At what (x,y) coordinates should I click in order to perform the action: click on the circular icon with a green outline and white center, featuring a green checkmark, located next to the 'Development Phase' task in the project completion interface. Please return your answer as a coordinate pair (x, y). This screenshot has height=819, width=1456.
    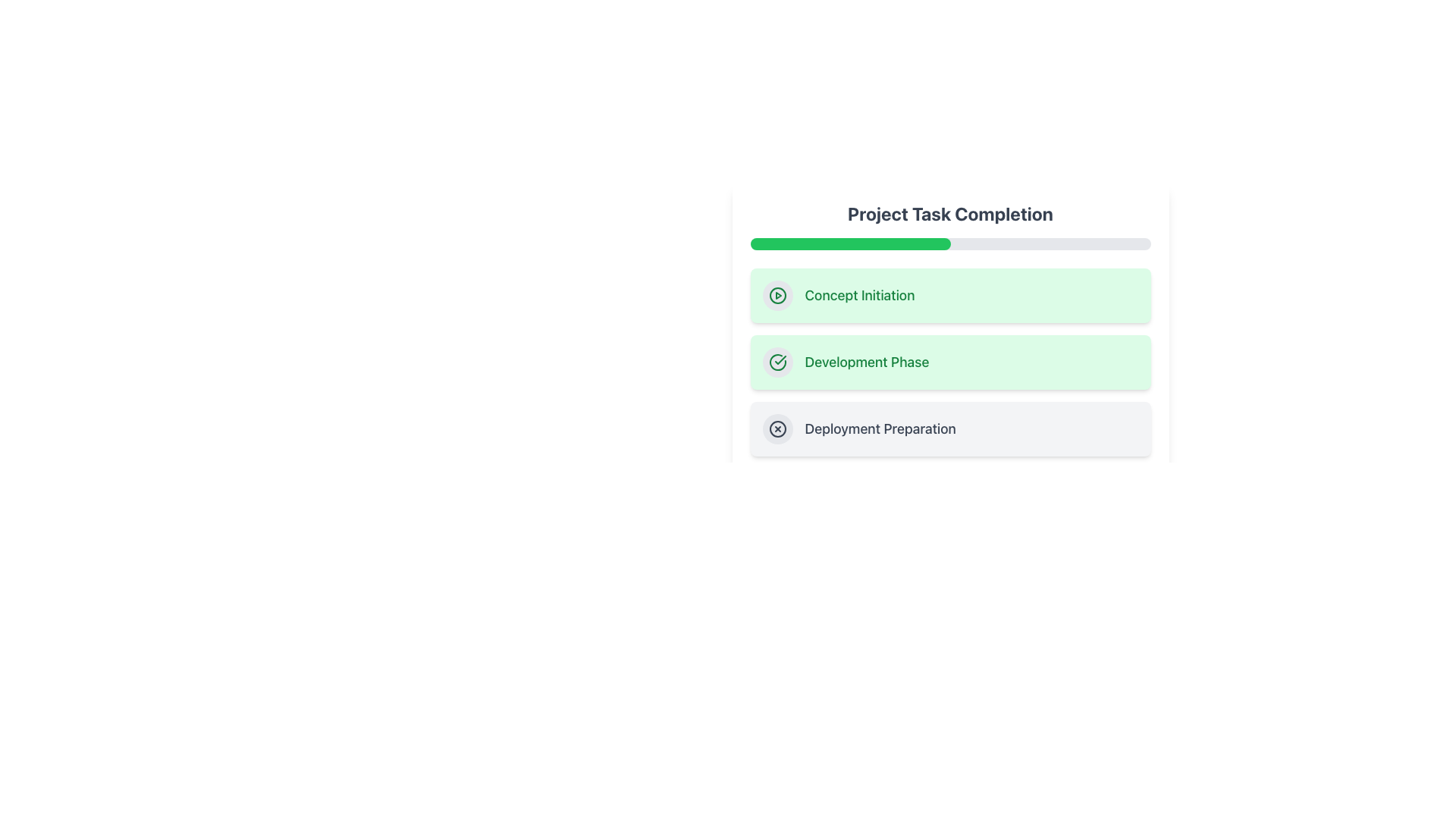
    Looking at the image, I should click on (777, 362).